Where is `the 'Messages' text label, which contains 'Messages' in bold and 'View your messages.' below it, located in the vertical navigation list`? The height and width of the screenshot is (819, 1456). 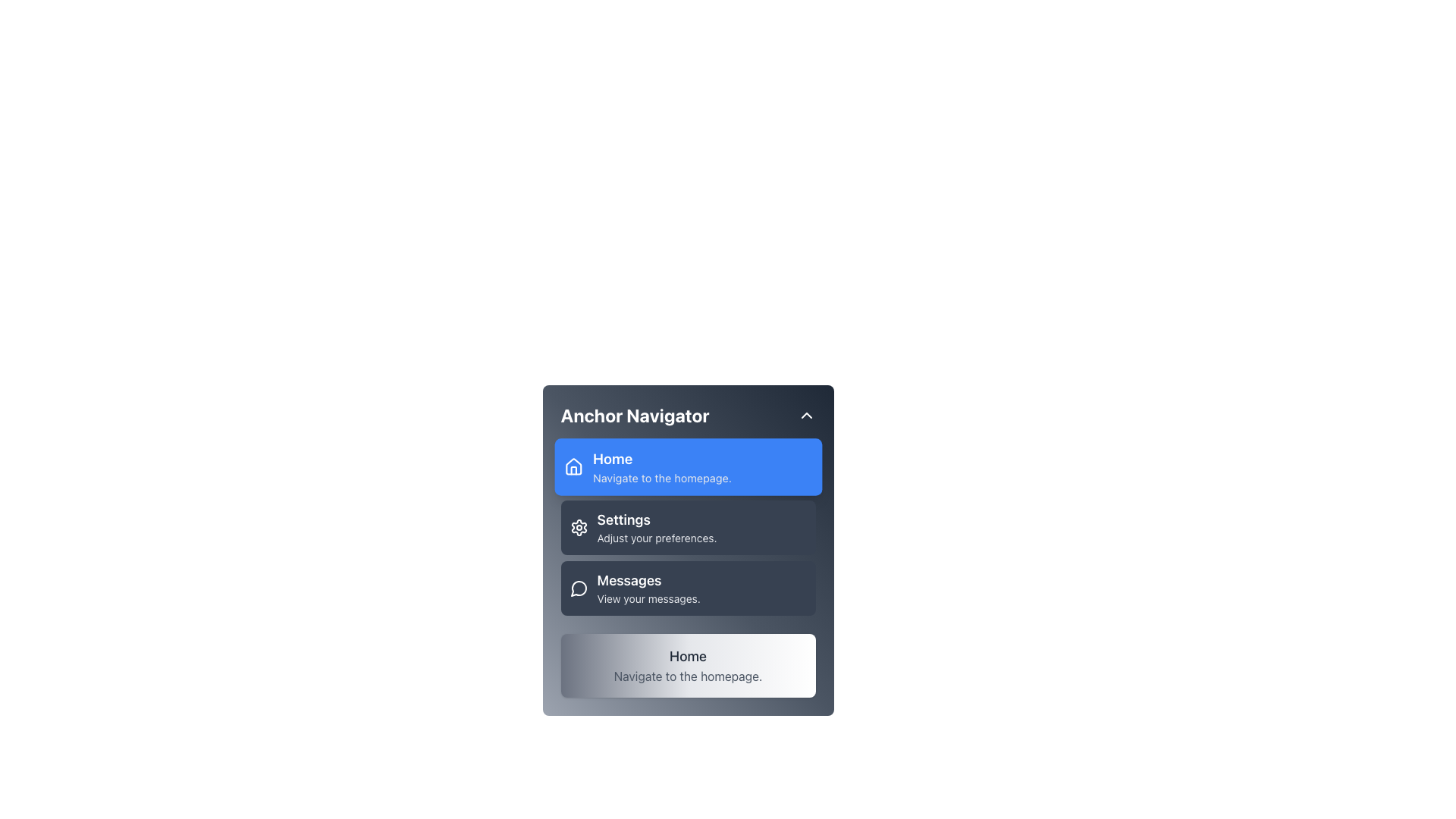 the 'Messages' text label, which contains 'Messages' in bold and 'View your messages.' below it, located in the vertical navigation list is located at coordinates (648, 587).